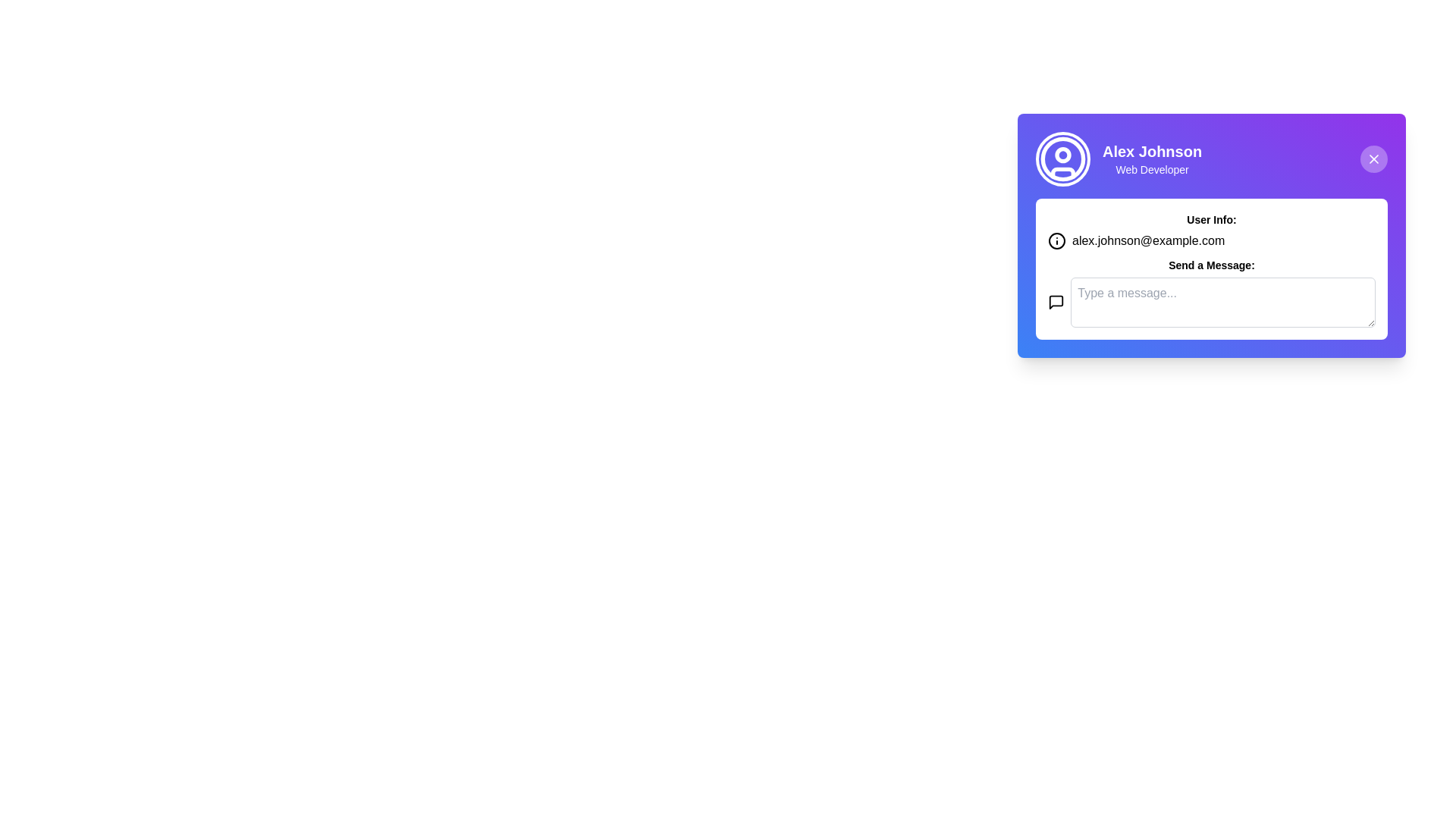  What do you see at coordinates (1056, 240) in the screenshot?
I see `the email icon or visual glyph associated with the user's email address 'alex.johnson@example.com' in the user information section of the profile card layout` at bounding box center [1056, 240].